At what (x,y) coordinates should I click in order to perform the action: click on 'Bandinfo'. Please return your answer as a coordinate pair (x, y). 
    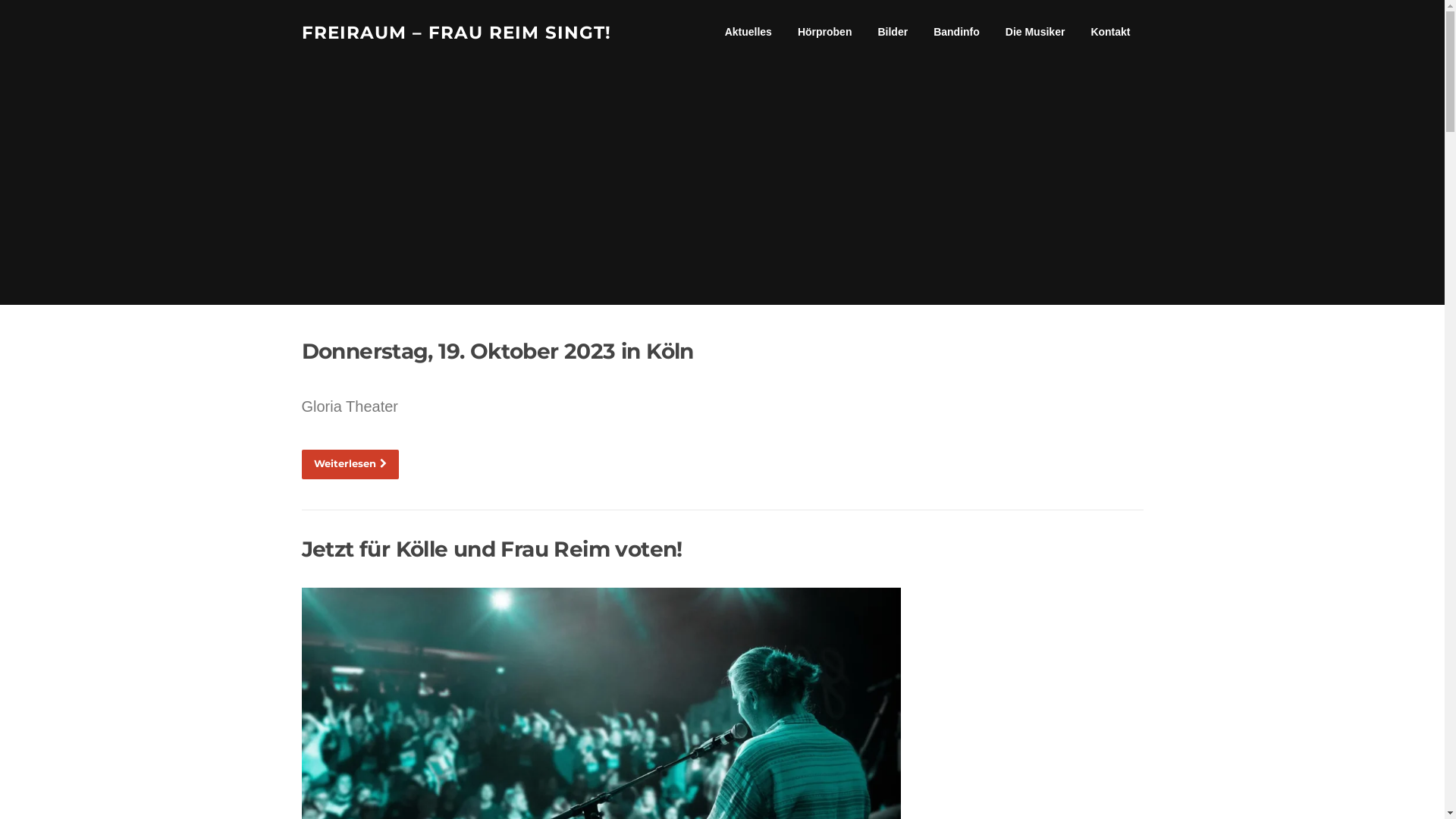
    Looking at the image, I should click on (955, 32).